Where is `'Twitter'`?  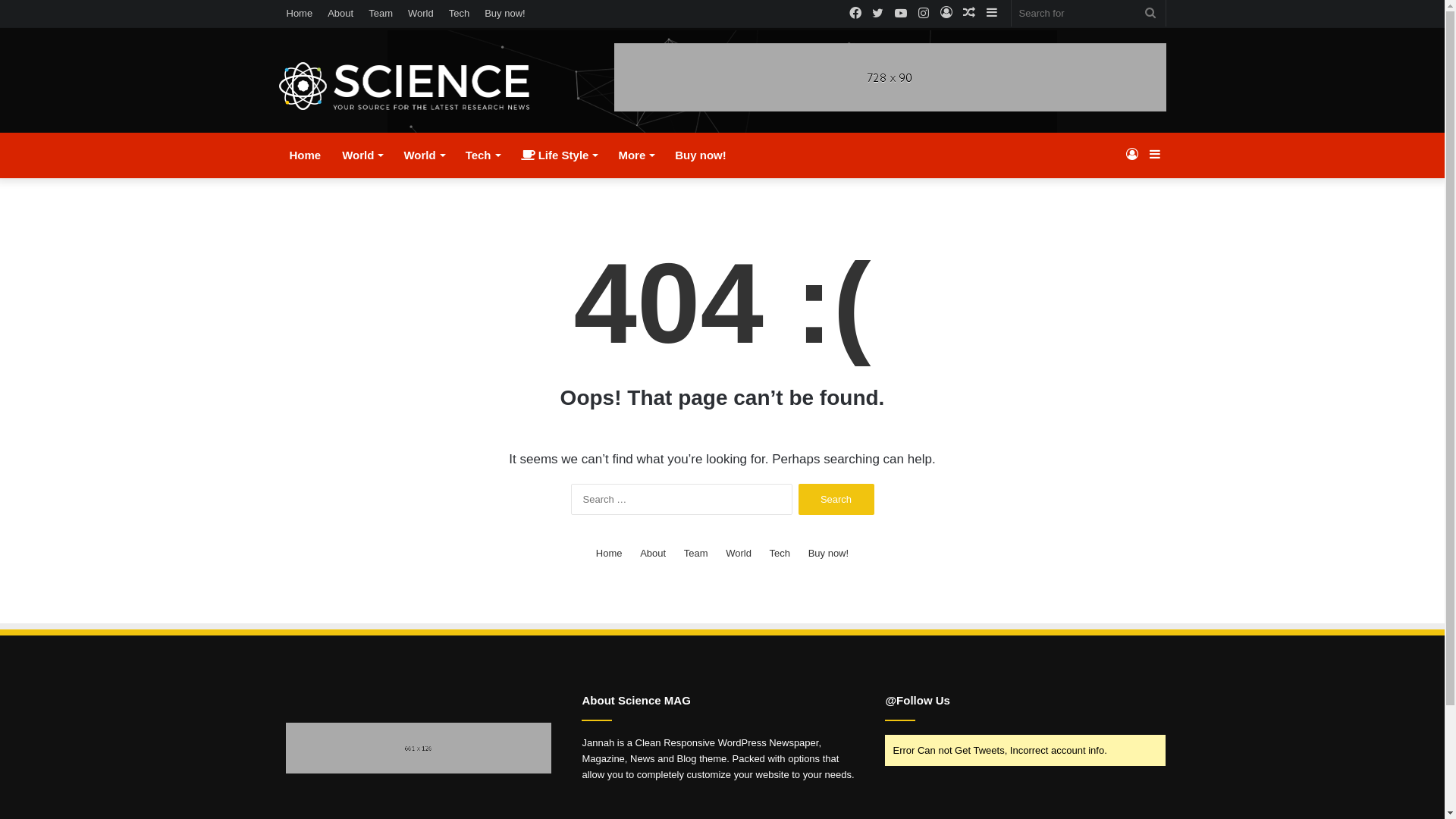 'Twitter' is located at coordinates (877, 14).